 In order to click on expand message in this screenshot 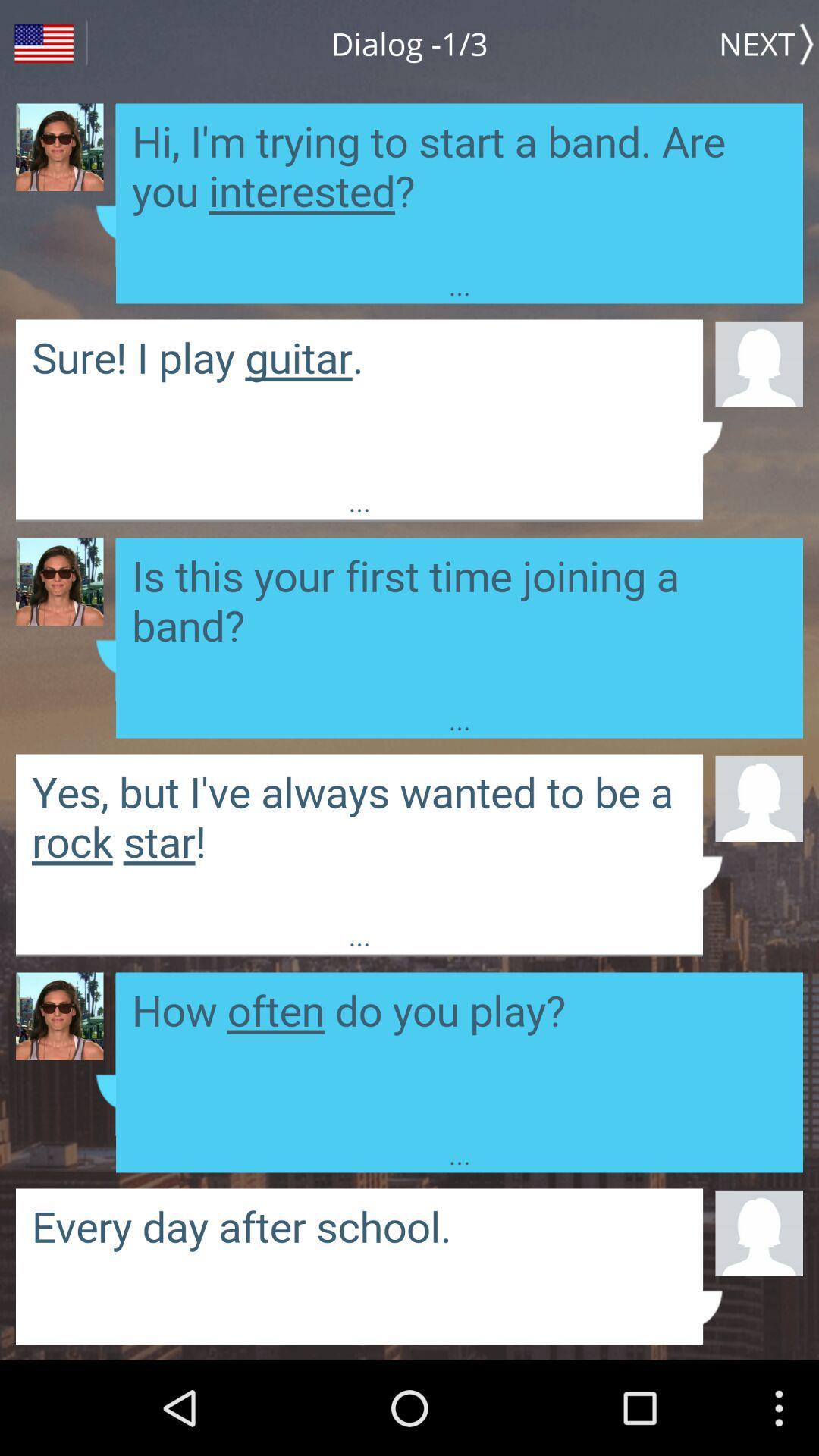, I will do `click(458, 620)`.